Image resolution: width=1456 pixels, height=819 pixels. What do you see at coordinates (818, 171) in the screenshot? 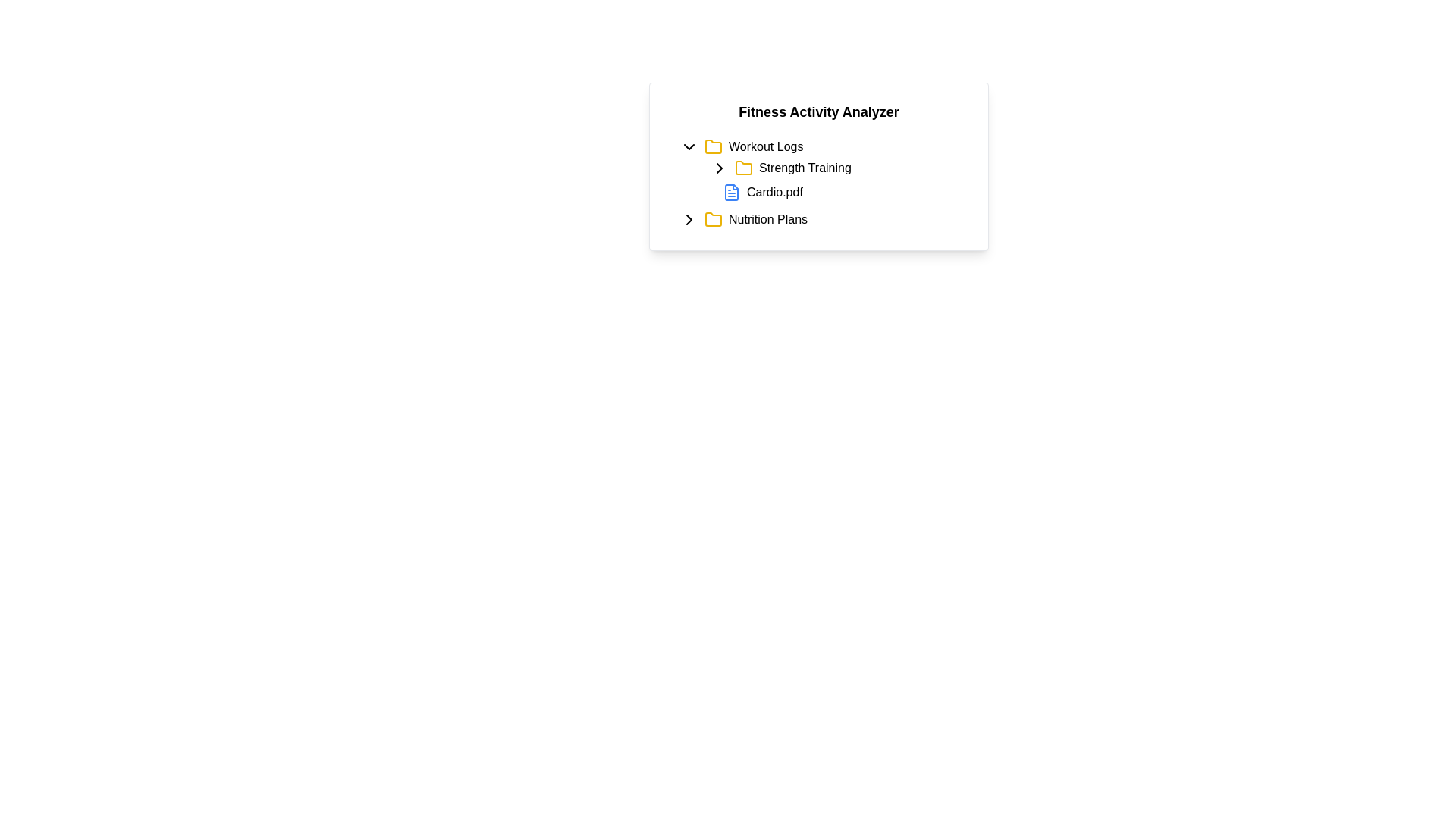
I see `the 'Strength Training' text item in the navigation tree` at bounding box center [818, 171].